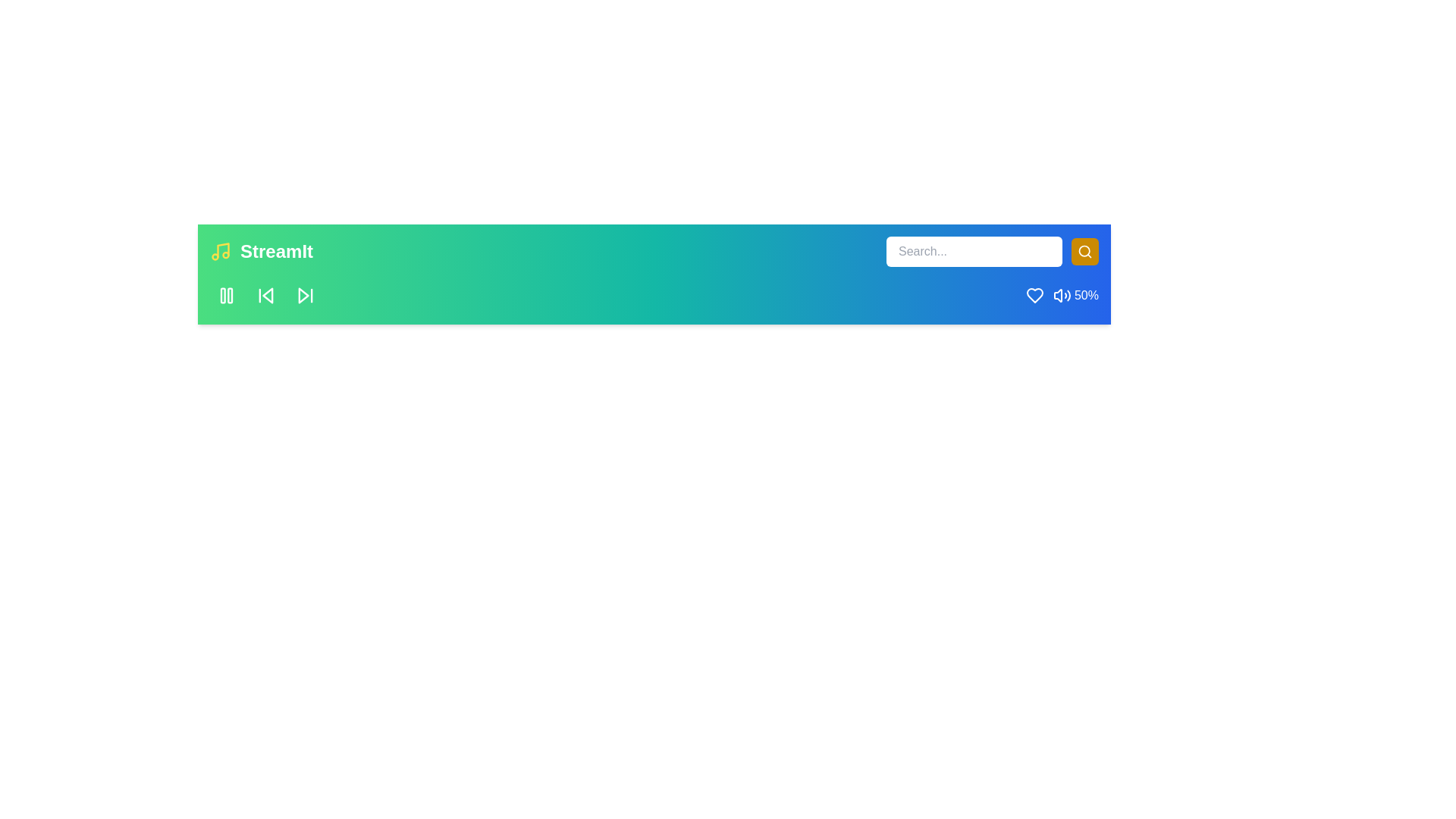 The height and width of the screenshot is (819, 1456). I want to click on the heart icon to like the current song, so click(1033, 295).